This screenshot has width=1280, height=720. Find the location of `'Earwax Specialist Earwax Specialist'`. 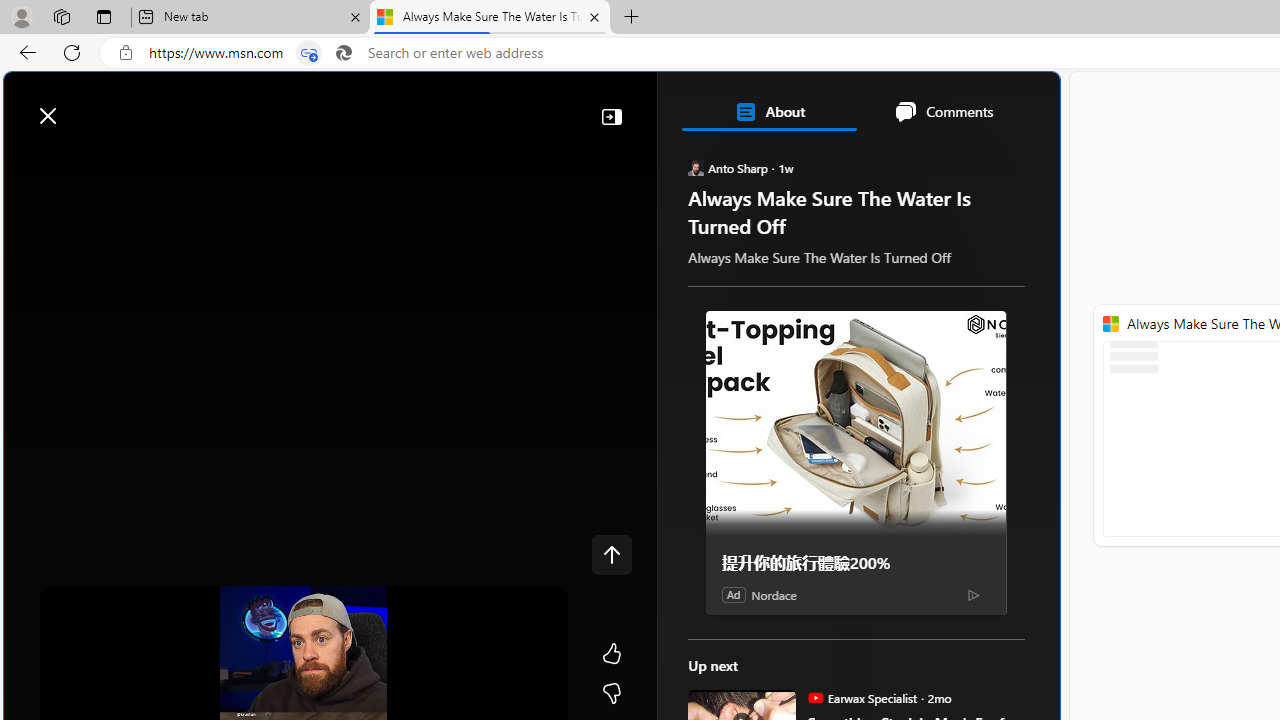

'Earwax Specialist Earwax Specialist' is located at coordinates (862, 697).